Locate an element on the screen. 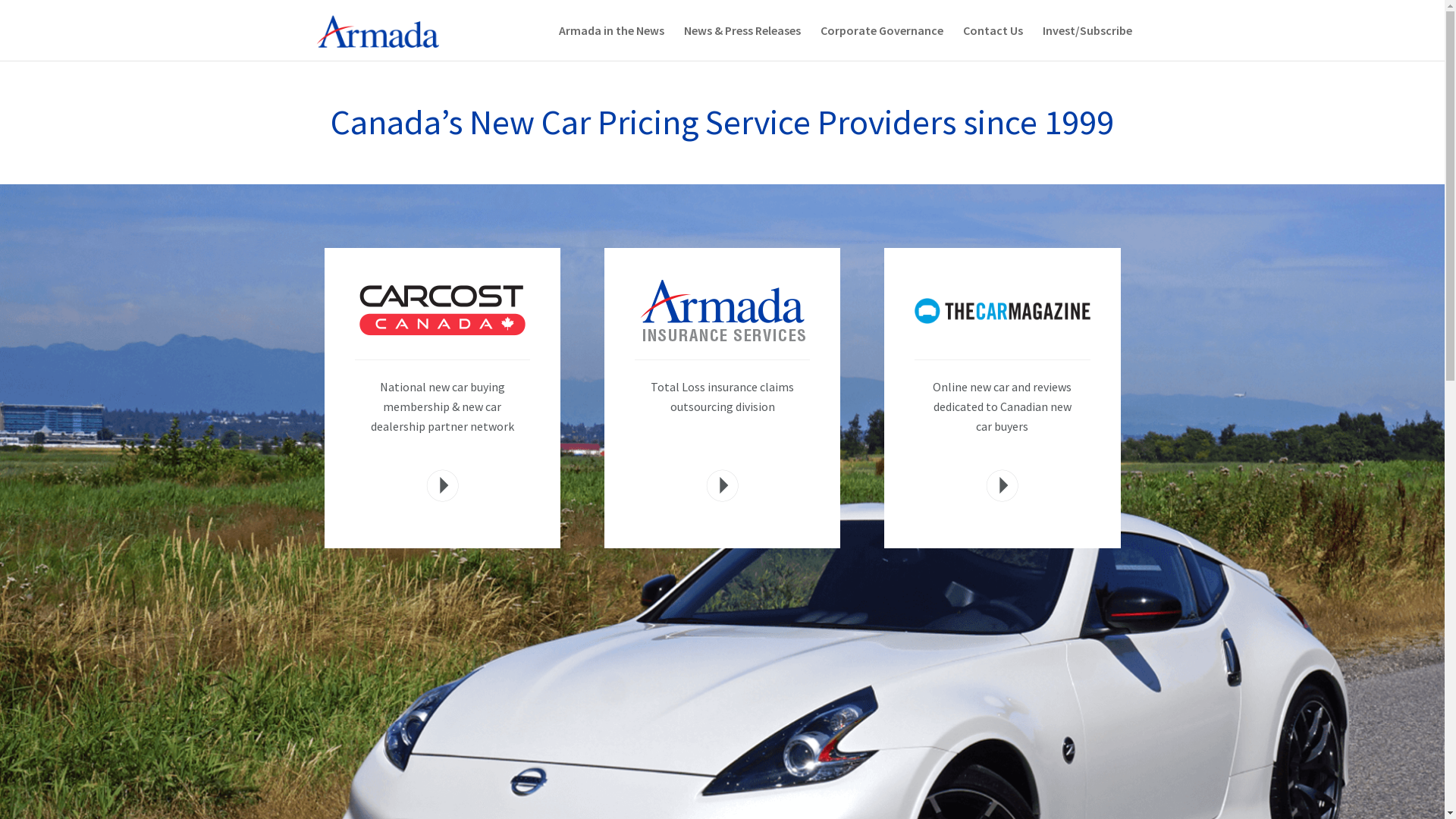  'car-mag' is located at coordinates (1002, 309).